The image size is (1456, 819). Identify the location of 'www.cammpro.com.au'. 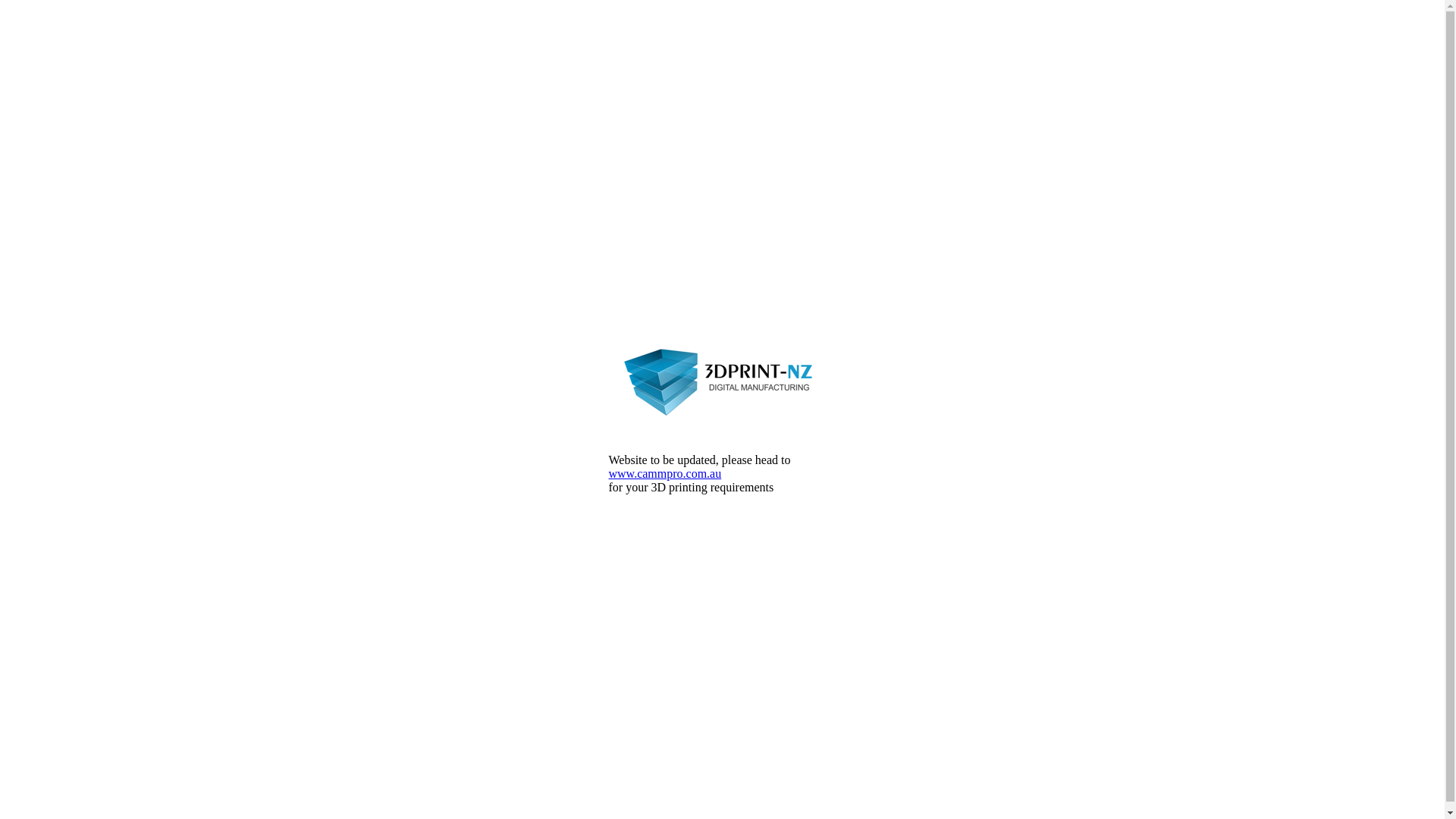
(664, 472).